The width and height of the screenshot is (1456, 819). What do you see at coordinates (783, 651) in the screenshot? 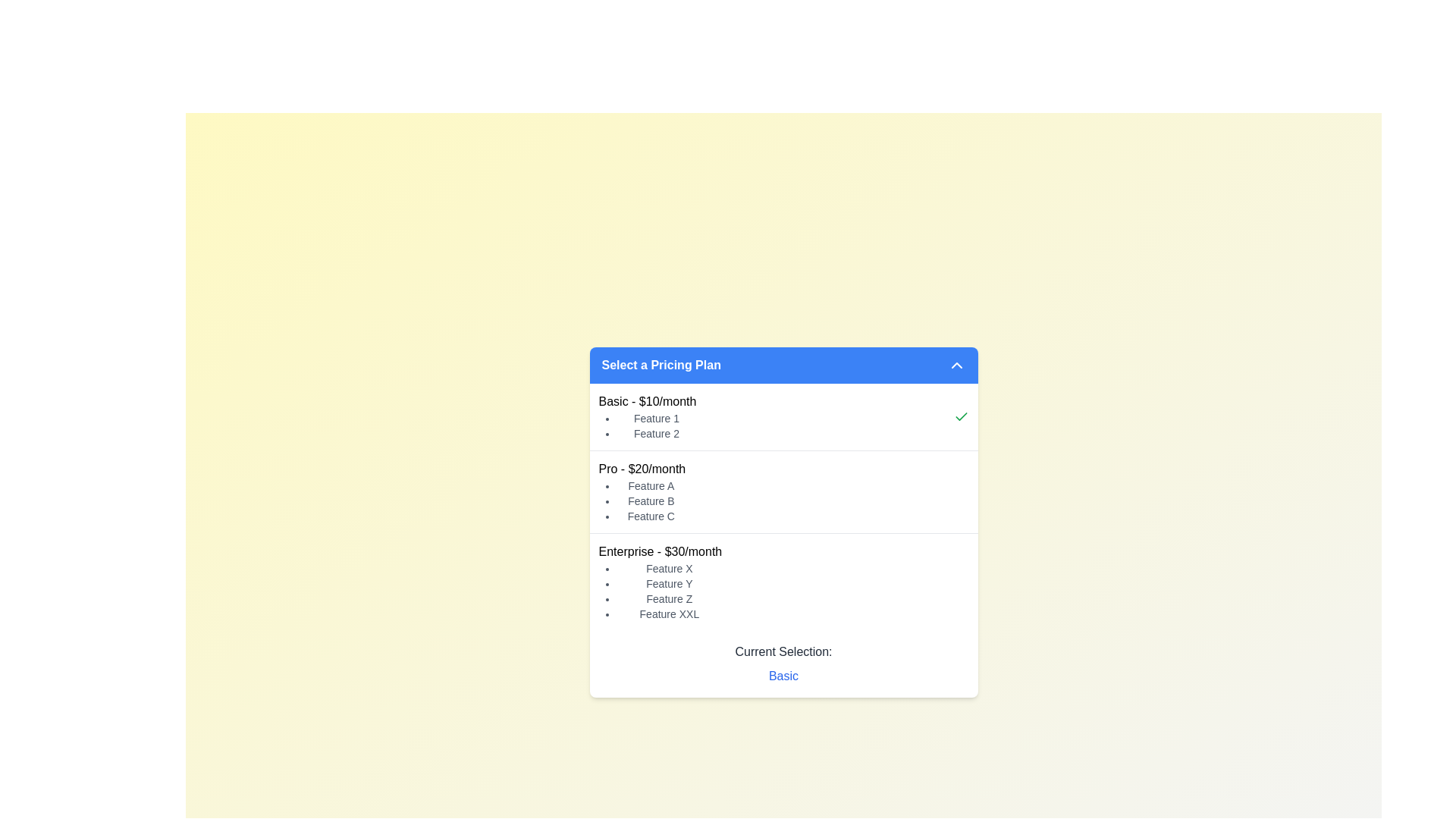
I see `the Text label indicating the currently selected option in the pricing selection interface, which displays 'Current Selection: Basic.'` at bounding box center [783, 651].